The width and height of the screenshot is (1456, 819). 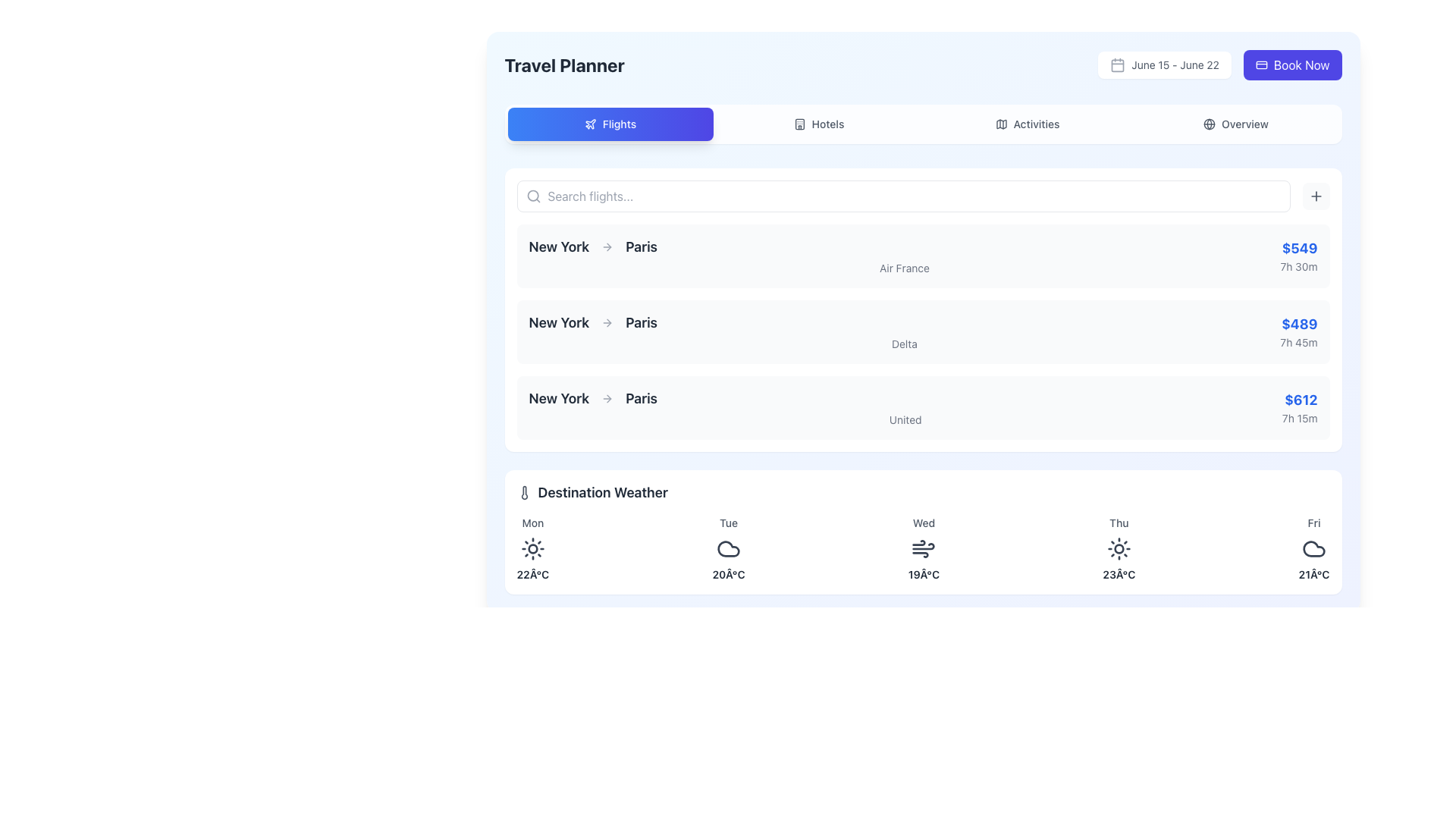 I want to click on the Static Text Label indicating the destination city for the flight options, which is aligned next to 'New York' in the second flight entry, so click(x=642, y=322).